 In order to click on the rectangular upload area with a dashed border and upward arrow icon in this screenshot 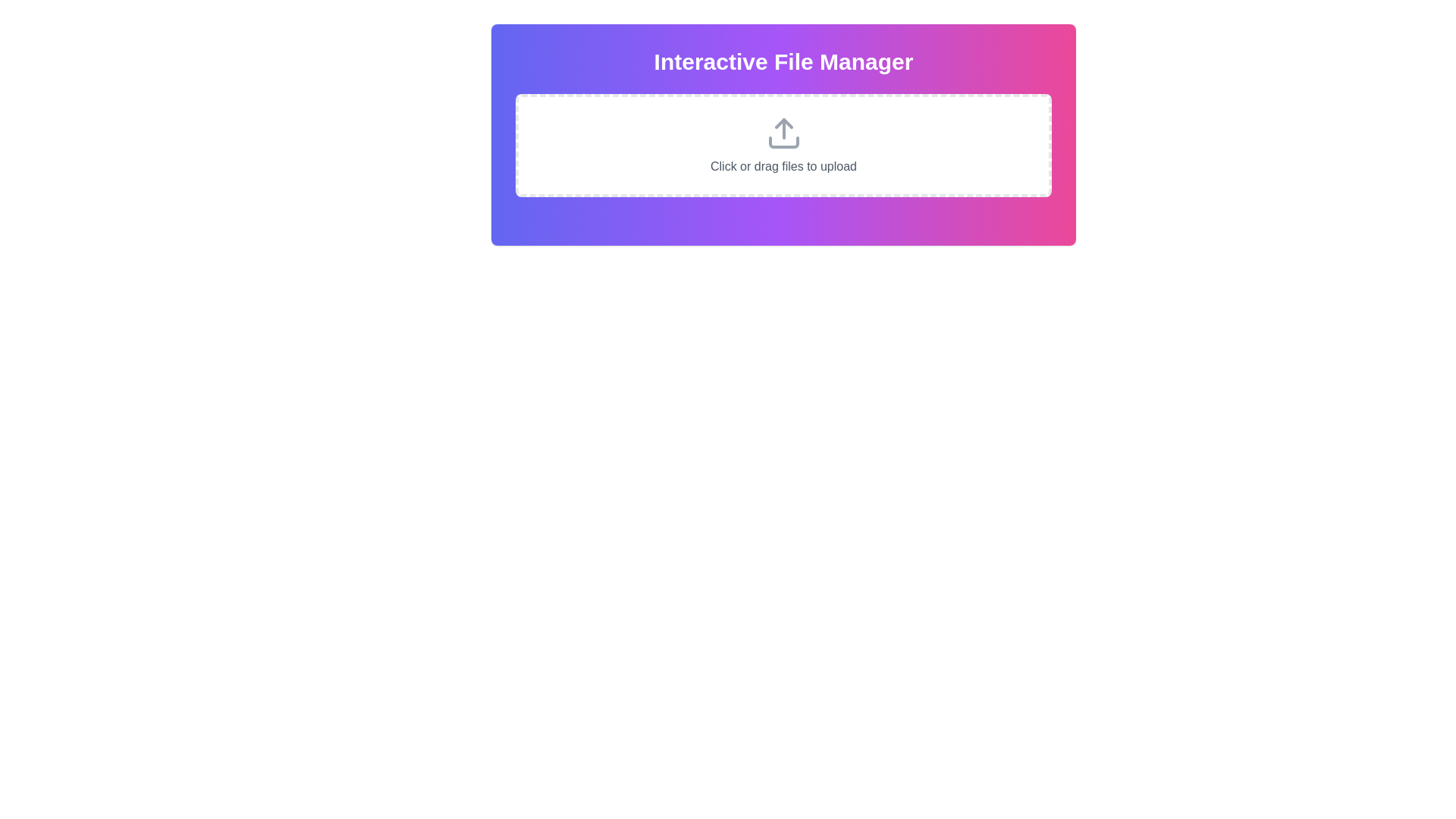, I will do `click(783, 146)`.